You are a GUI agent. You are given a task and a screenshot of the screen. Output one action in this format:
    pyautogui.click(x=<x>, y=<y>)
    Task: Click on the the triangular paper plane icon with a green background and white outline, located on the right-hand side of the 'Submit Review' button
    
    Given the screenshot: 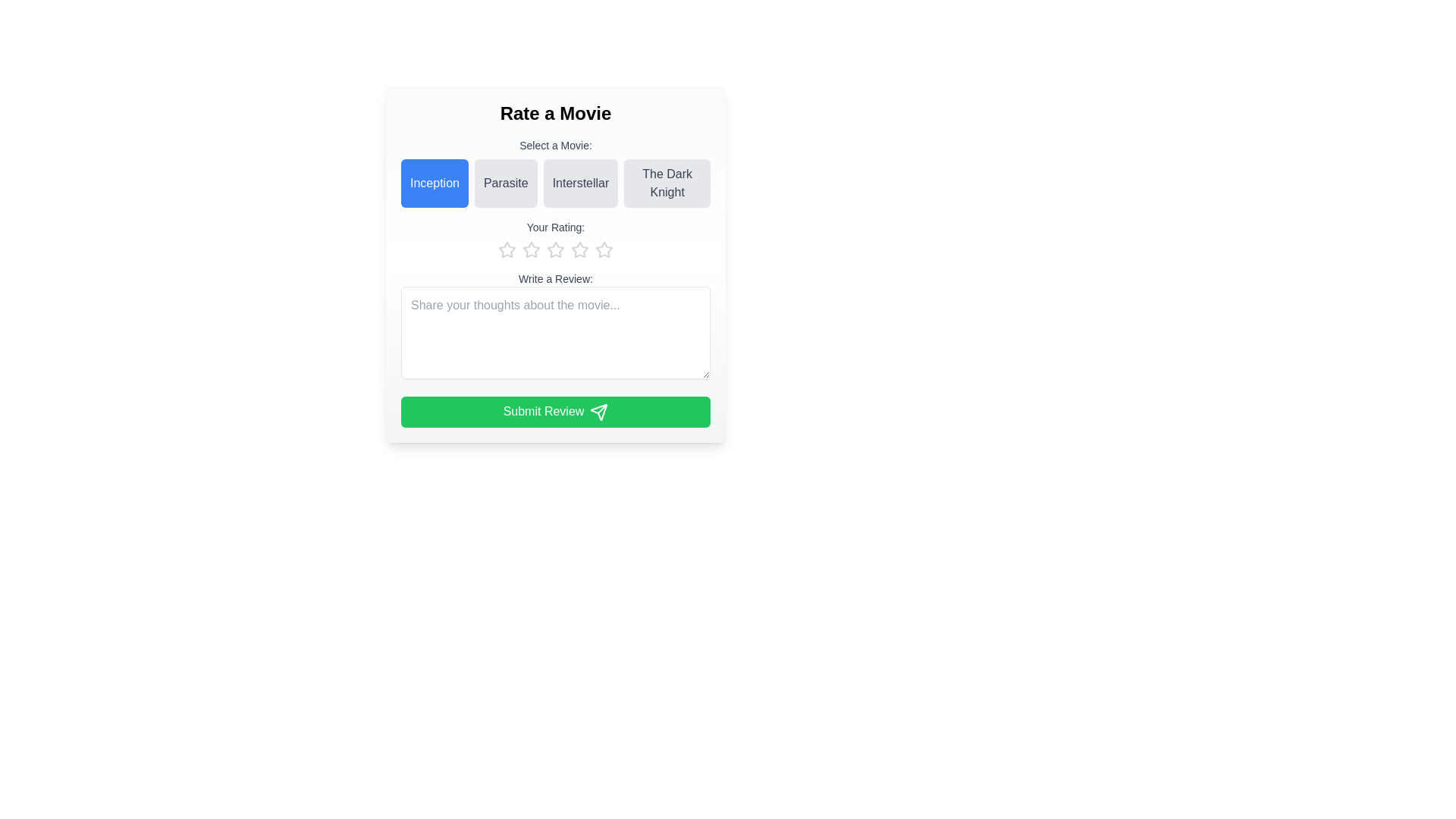 What is the action you would take?
    pyautogui.click(x=598, y=412)
    